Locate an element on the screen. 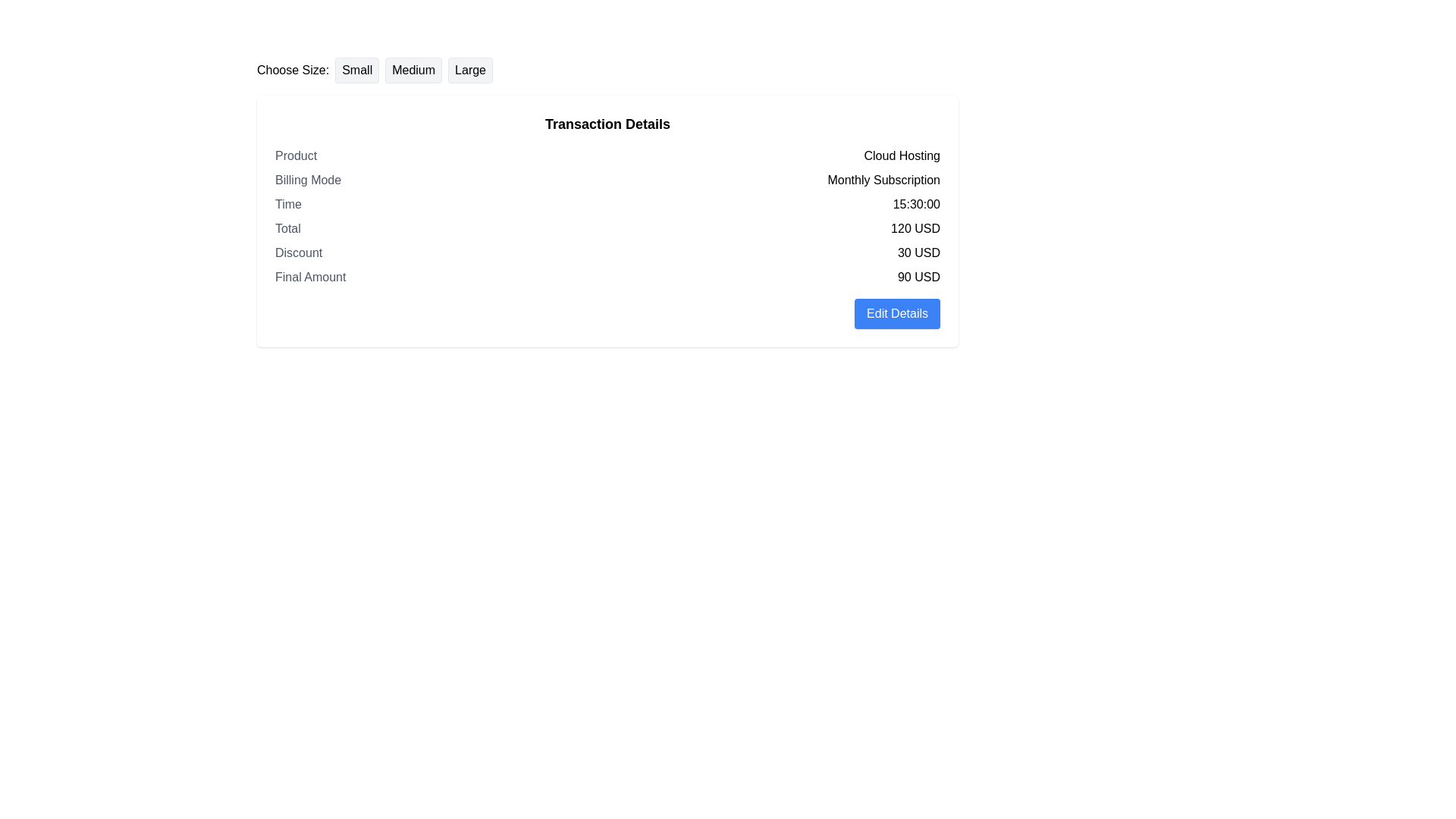  the 'Edit Details' button located at the bottom right corner of the transaction details card is located at coordinates (897, 312).